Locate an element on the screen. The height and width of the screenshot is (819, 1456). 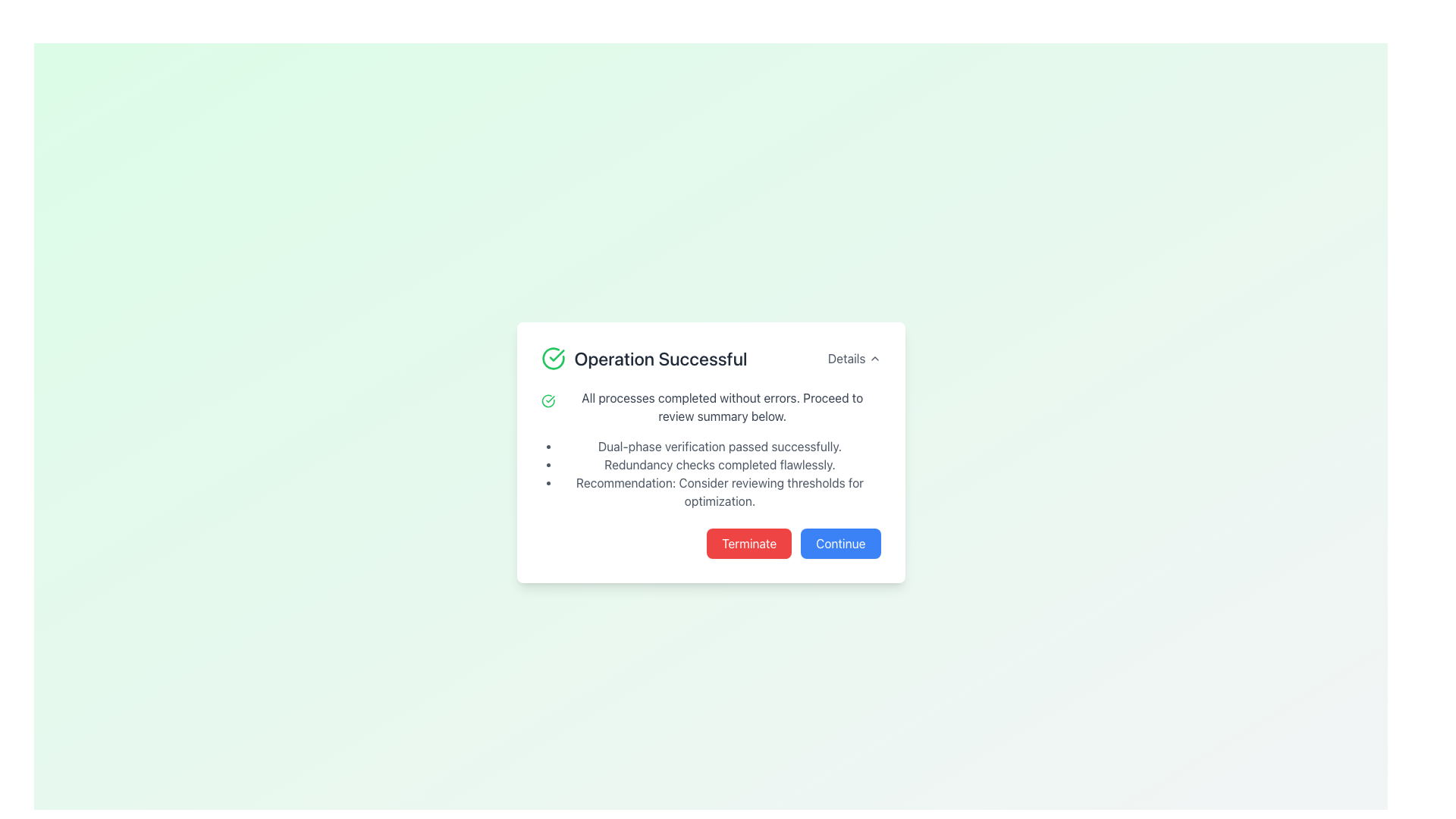
text content of the informational Text block with a bulleted list located within the white rectangular card below the header 'Operation Successful' and above the action buttons 'Terminate' and 'Continue' is located at coordinates (710, 449).